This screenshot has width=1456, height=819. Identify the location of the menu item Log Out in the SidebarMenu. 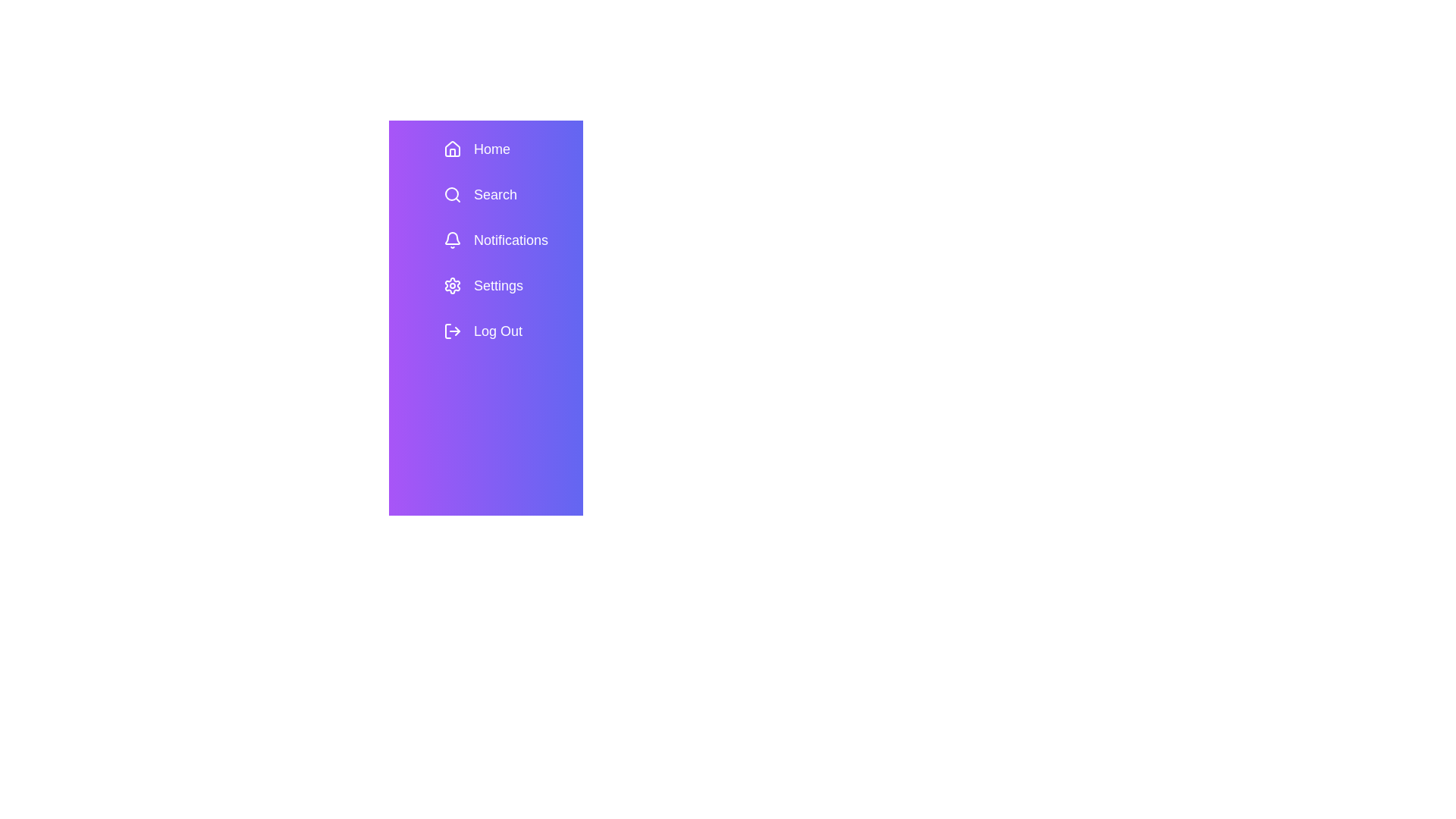
(507, 330).